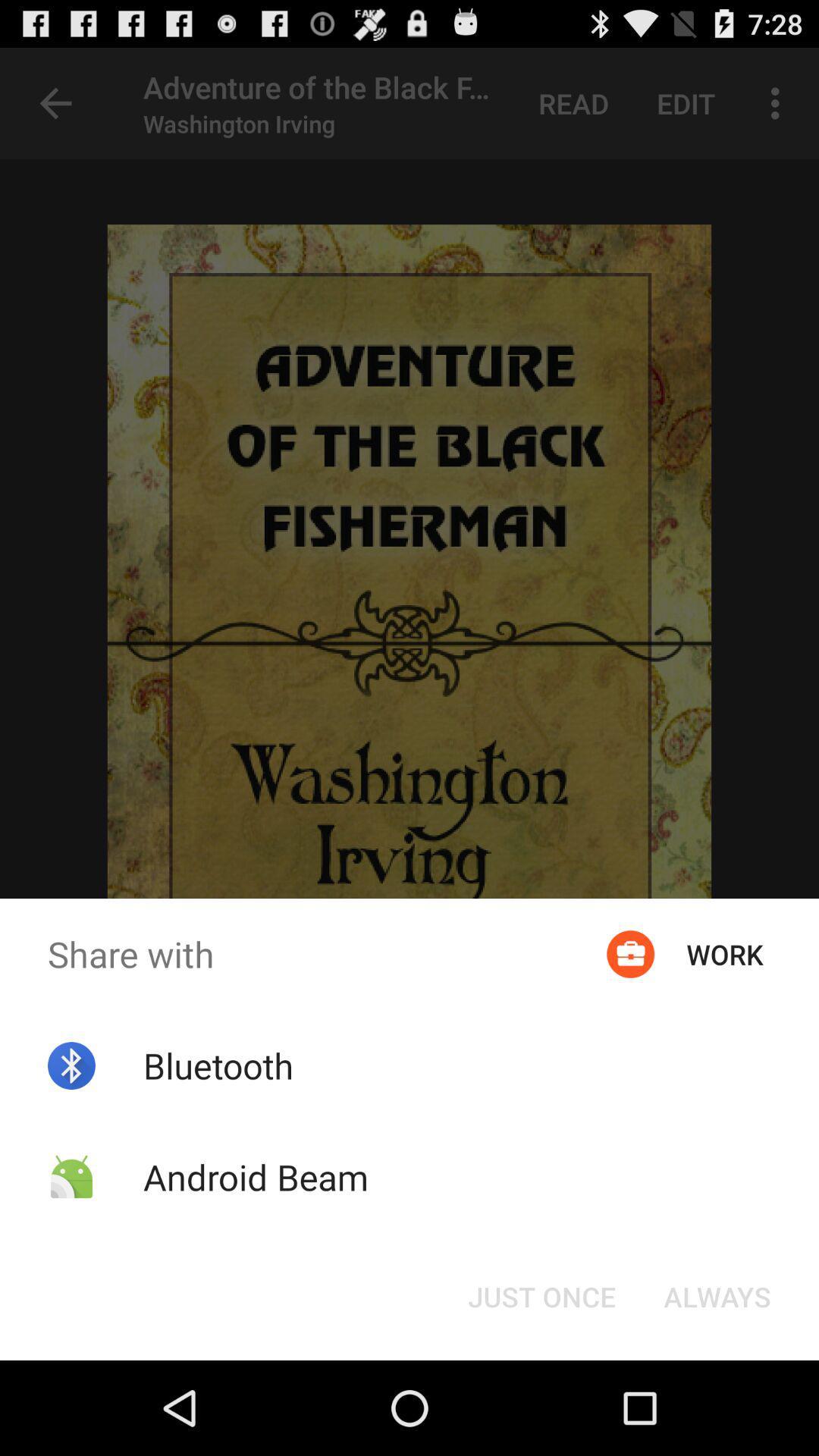 The height and width of the screenshot is (1456, 819). I want to click on the always button, so click(717, 1295).